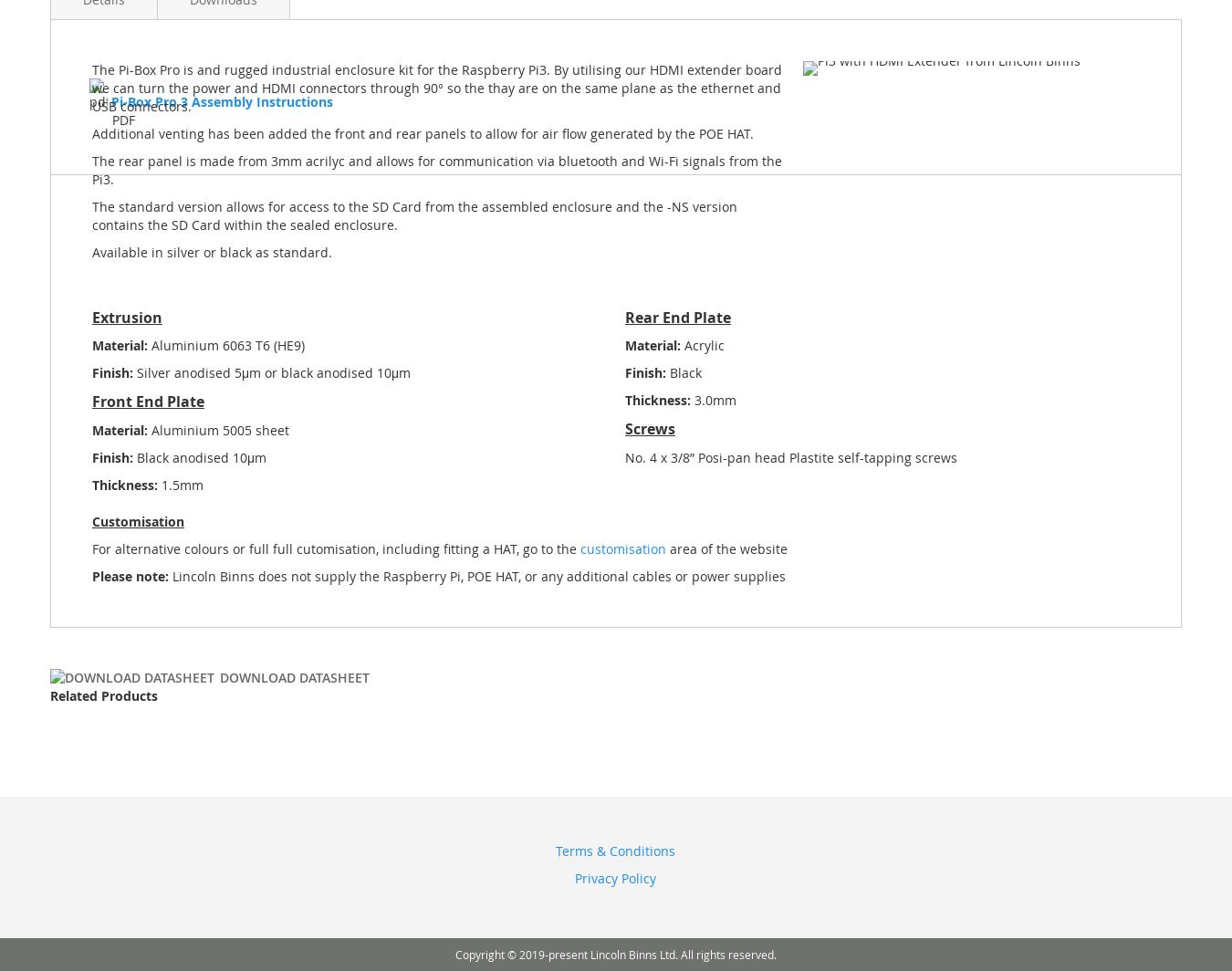 Image resolution: width=1232 pixels, height=971 pixels. What do you see at coordinates (181, 485) in the screenshot?
I see `'1.5mm'` at bounding box center [181, 485].